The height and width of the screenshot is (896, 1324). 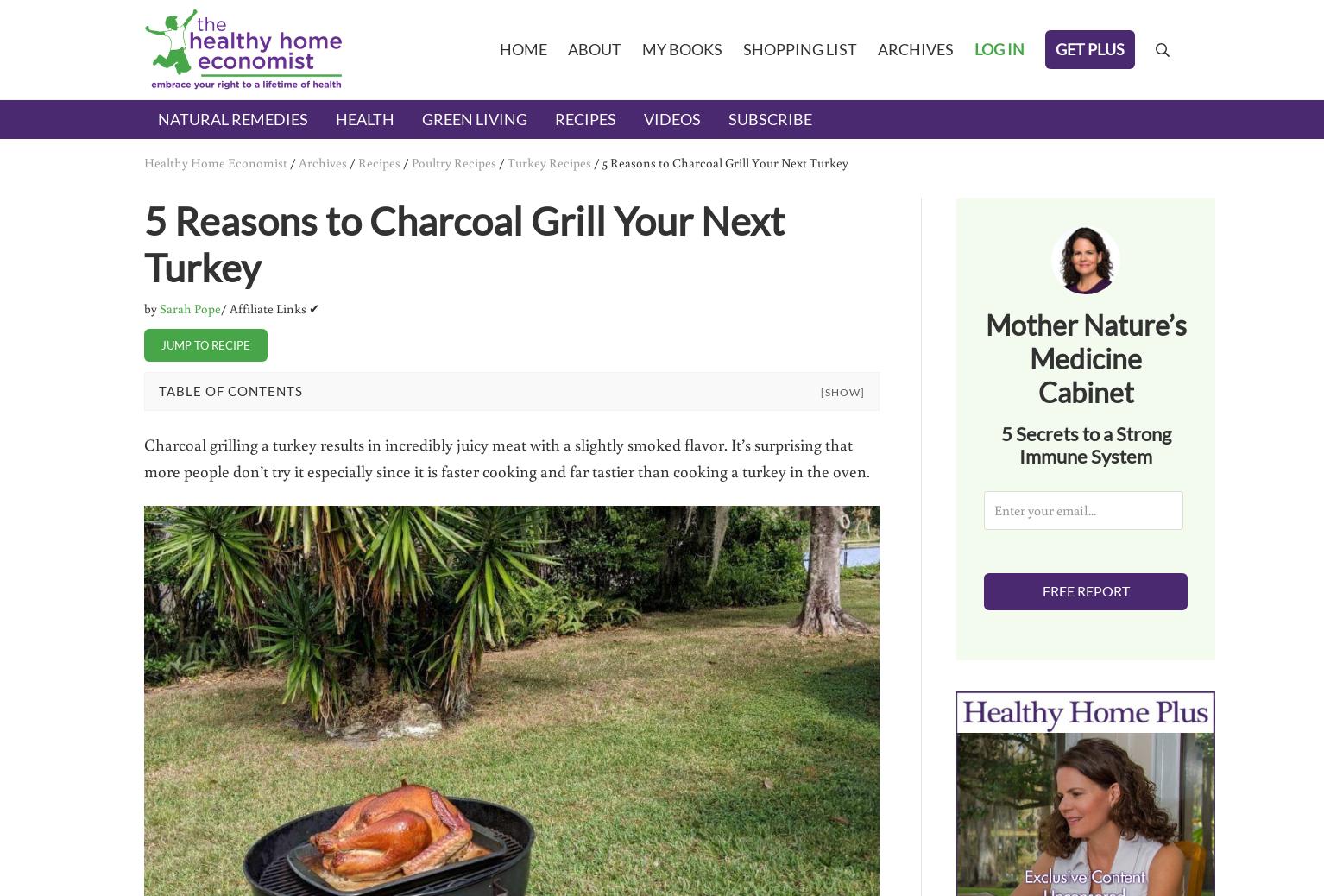 I want to click on 'Jump to Recipe', so click(x=160, y=345).